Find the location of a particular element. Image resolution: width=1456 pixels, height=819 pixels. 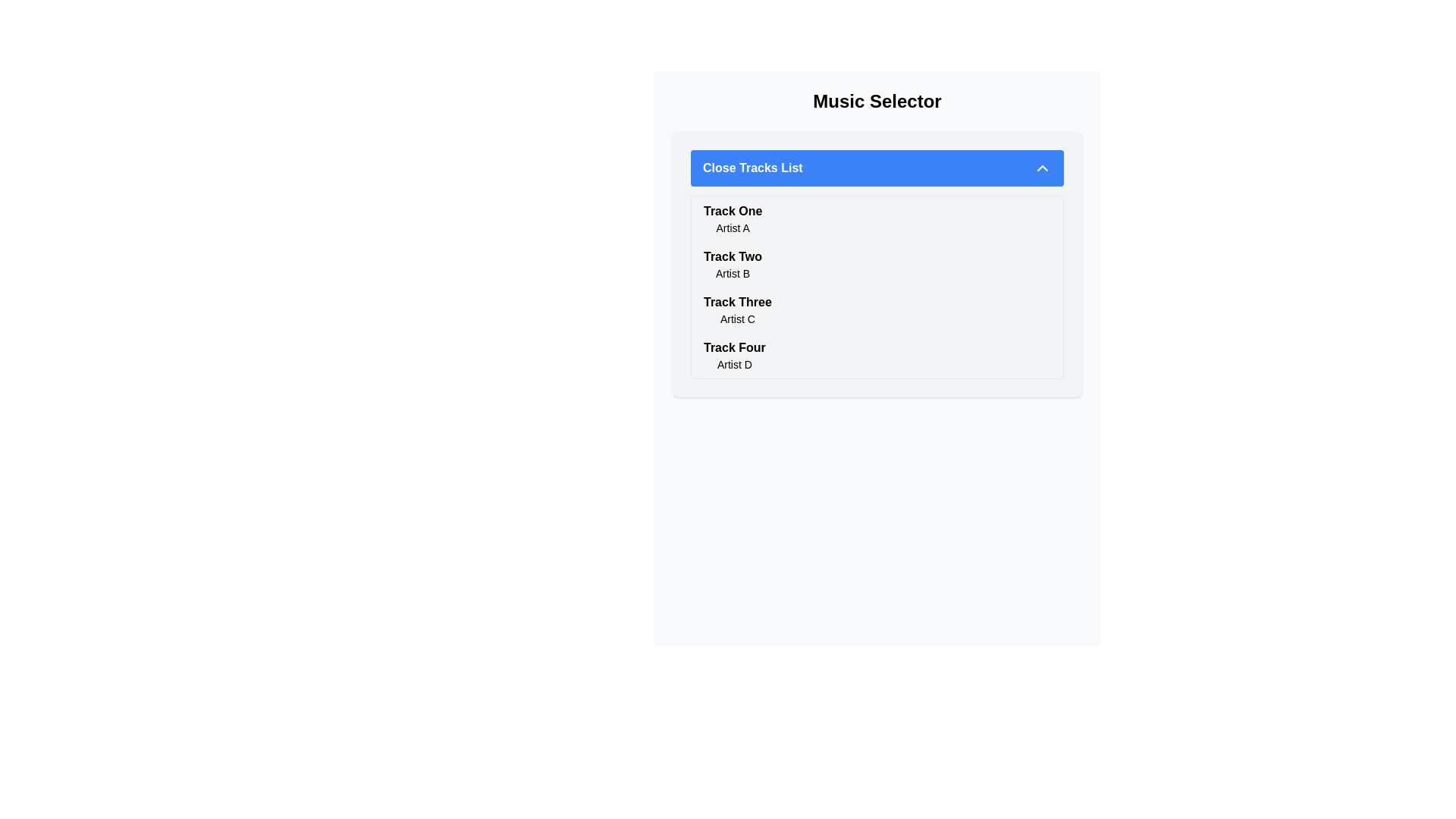

the text label displaying 'Artist C', which is located below the track title 'Track Three' in the music track list interface is located at coordinates (737, 318).